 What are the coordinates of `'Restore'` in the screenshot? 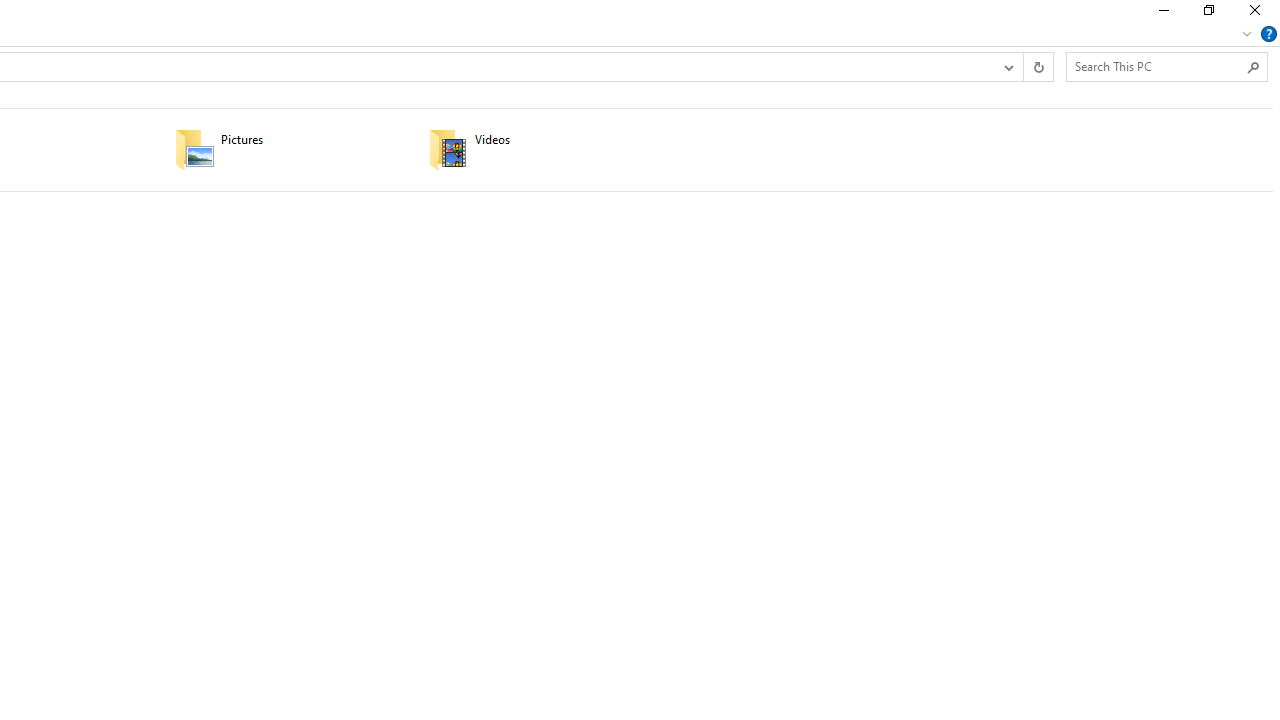 It's located at (1207, 15).